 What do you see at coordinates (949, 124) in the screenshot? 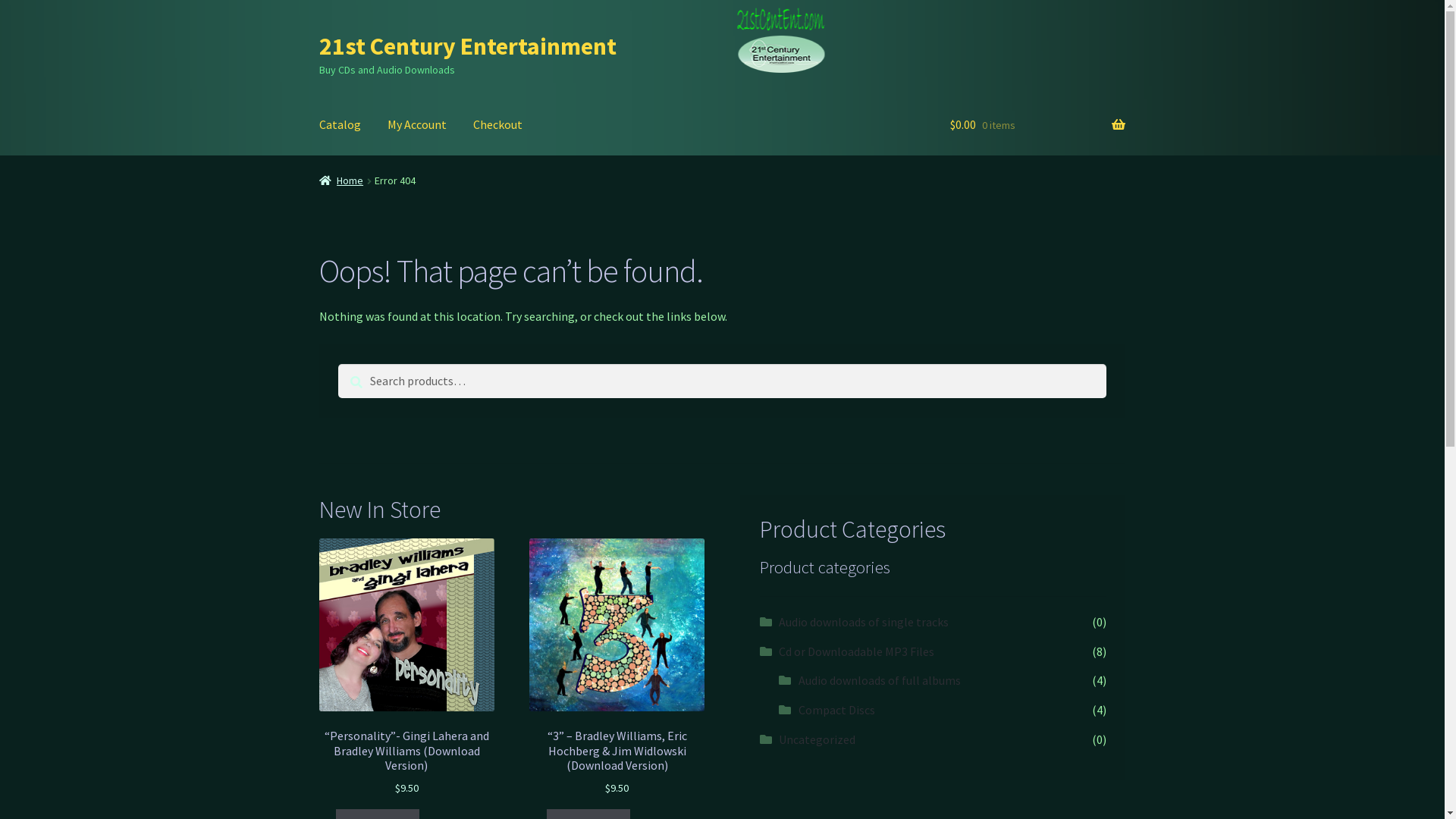
I see `'$0.00 0 items'` at bounding box center [949, 124].